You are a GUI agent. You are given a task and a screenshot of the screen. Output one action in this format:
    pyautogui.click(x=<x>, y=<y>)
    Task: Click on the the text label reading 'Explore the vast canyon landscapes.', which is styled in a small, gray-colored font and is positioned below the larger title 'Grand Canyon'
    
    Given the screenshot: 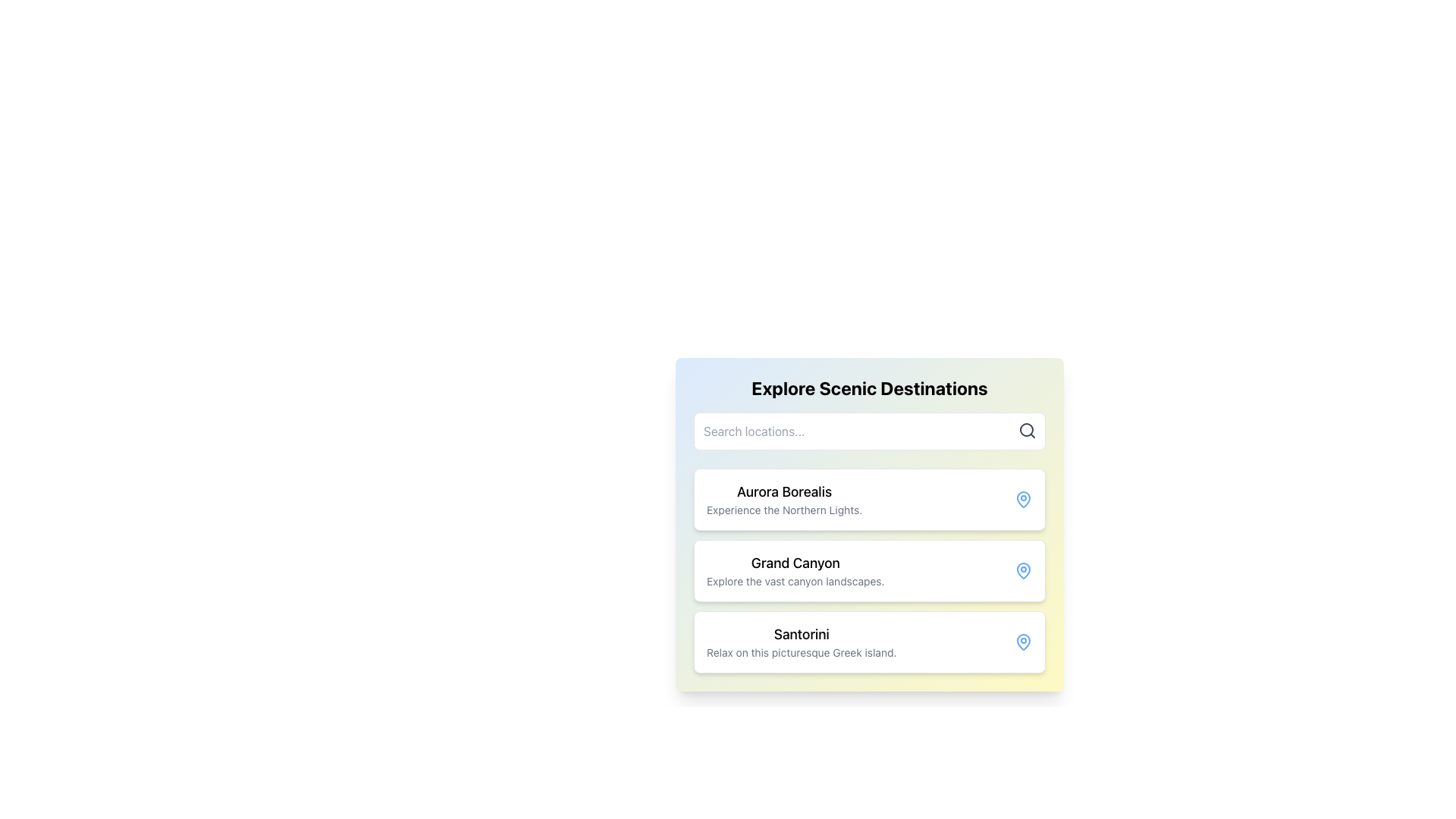 What is the action you would take?
    pyautogui.click(x=795, y=581)
    